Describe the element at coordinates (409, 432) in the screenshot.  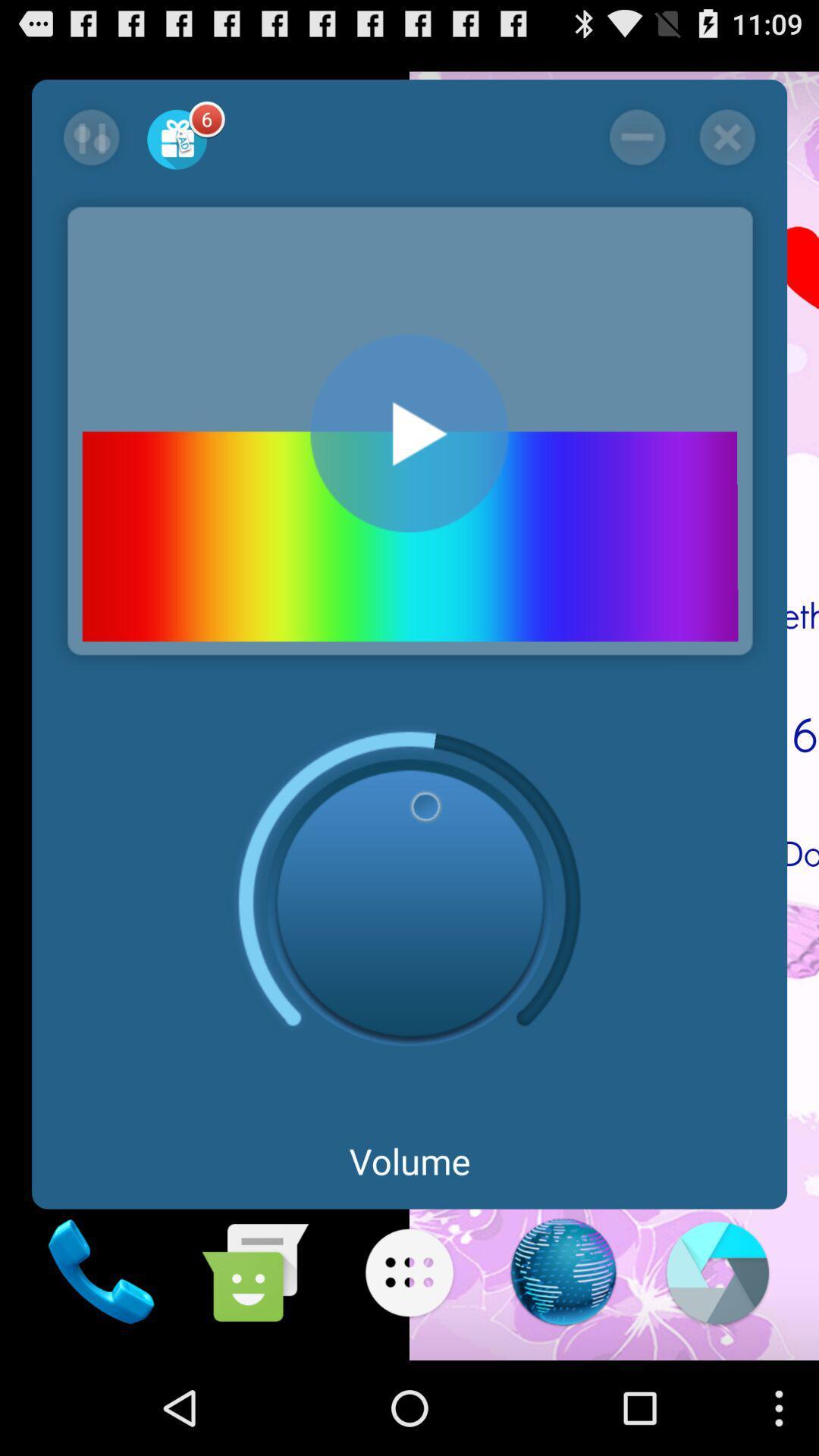
I see `play` at that location.